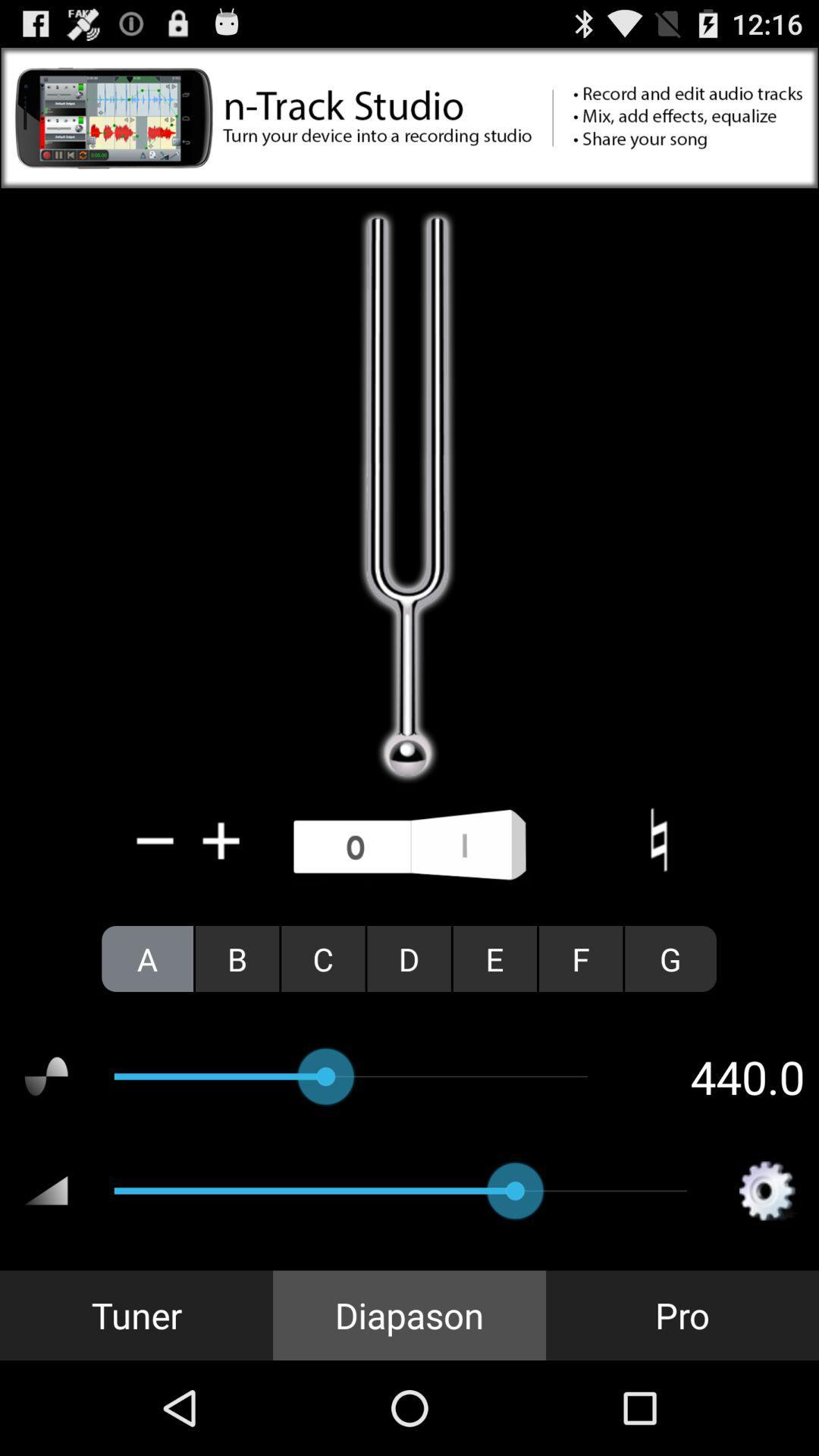 Image resolution: width=819 pixels, height=1456 pixels. I want to click on icon next to c icon, so click(237, 958).